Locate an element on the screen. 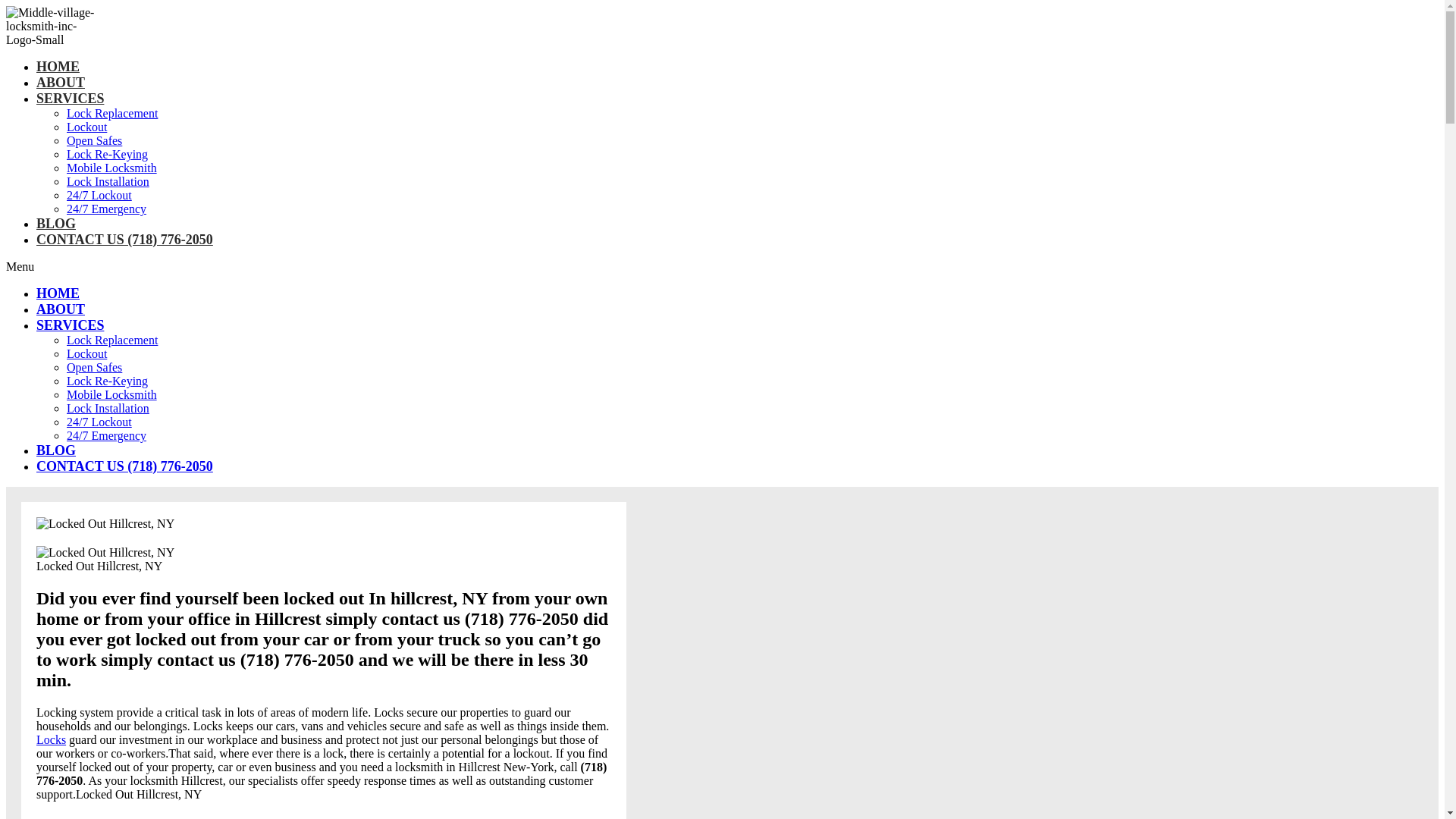  'Skip to content' is located at coordinates (5, 5).